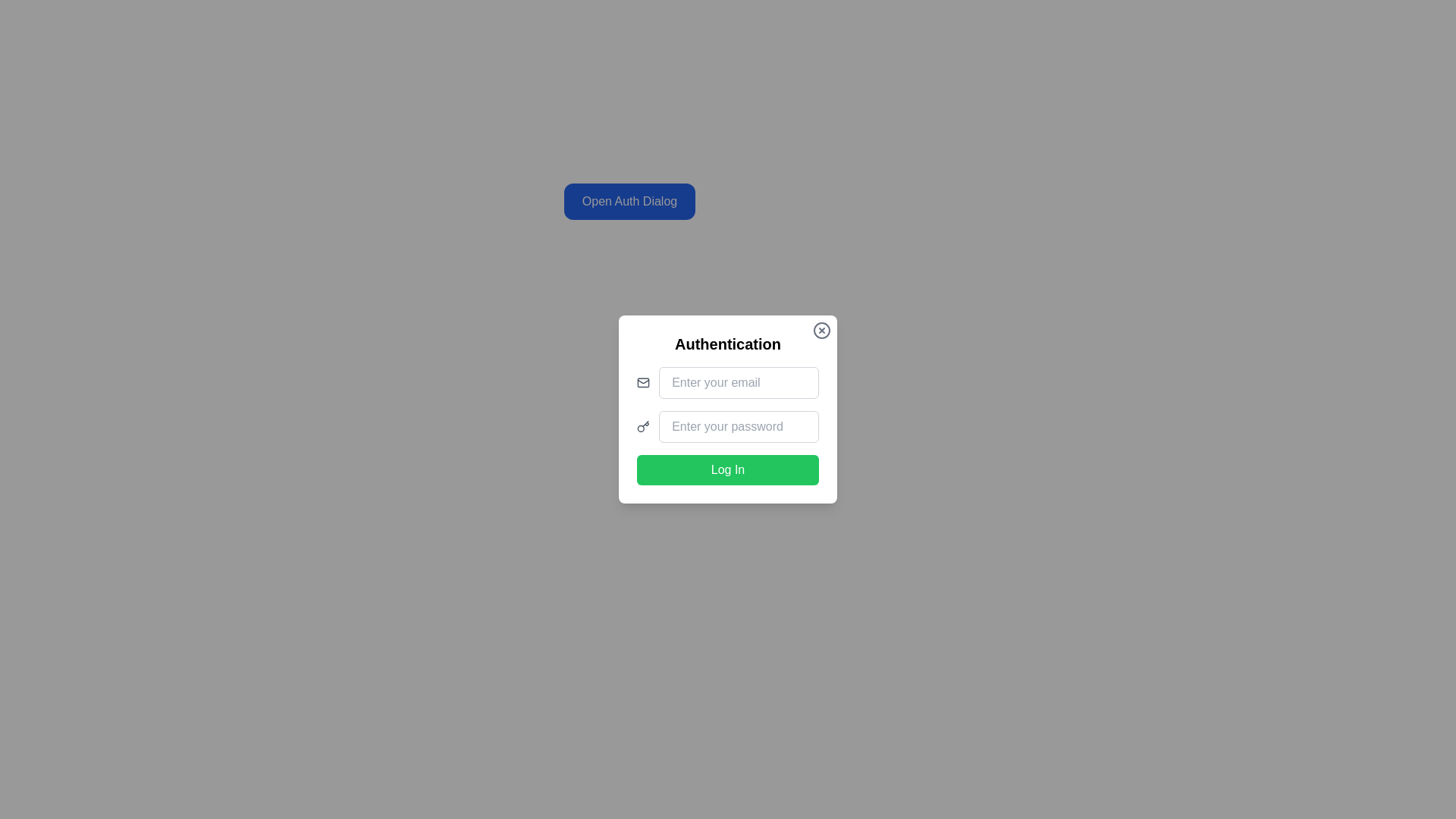 This screenshot has height=819, width=1456. Describe the element at coordinates (739, 427) in the screenshot. I see `the Password input field located in the authentication modal, which is positioned below the 'Enter your email' input field and next to a key icon` at that location.